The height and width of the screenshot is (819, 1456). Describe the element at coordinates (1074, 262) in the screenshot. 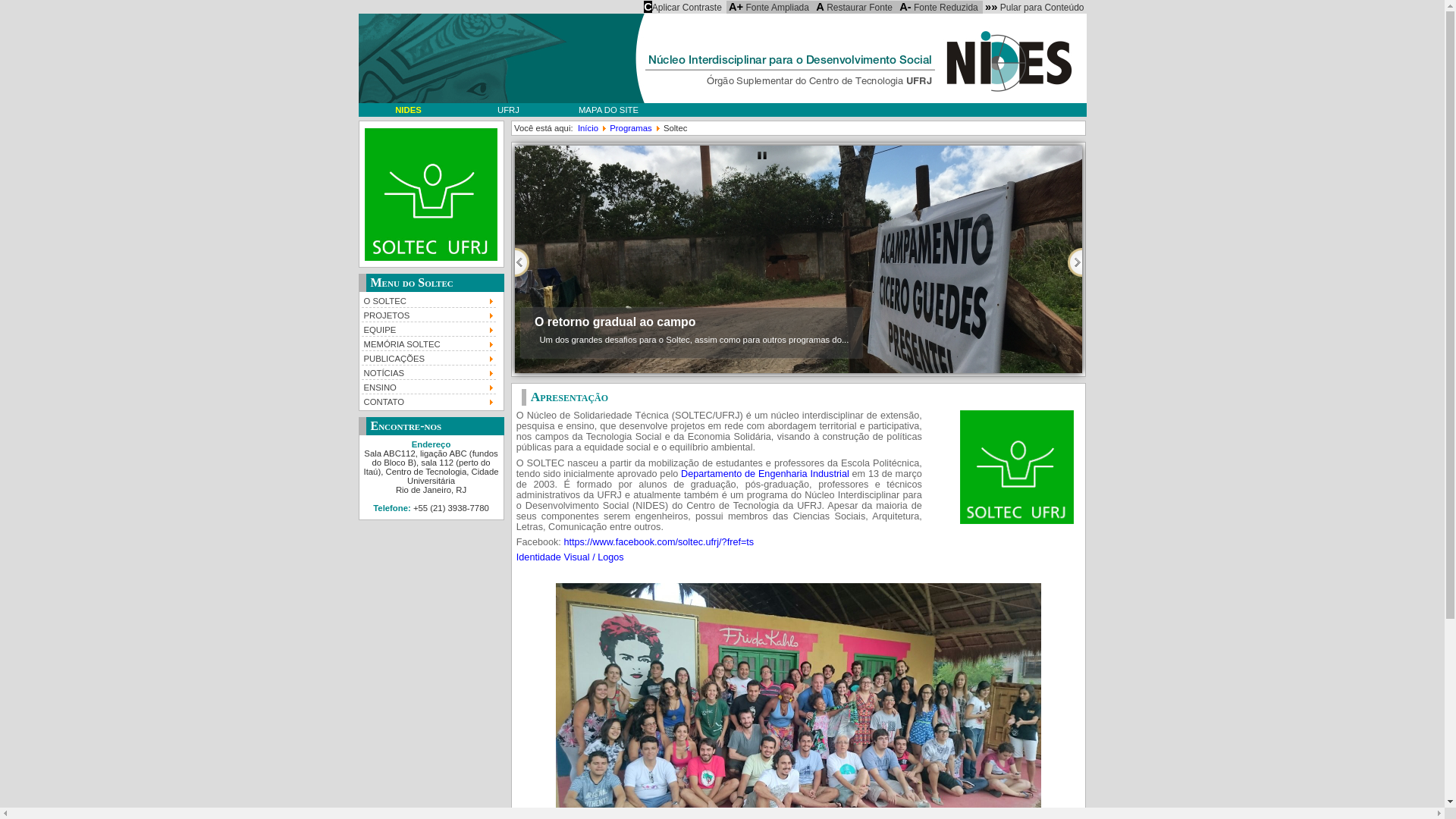

I see `'Next'` at that location.